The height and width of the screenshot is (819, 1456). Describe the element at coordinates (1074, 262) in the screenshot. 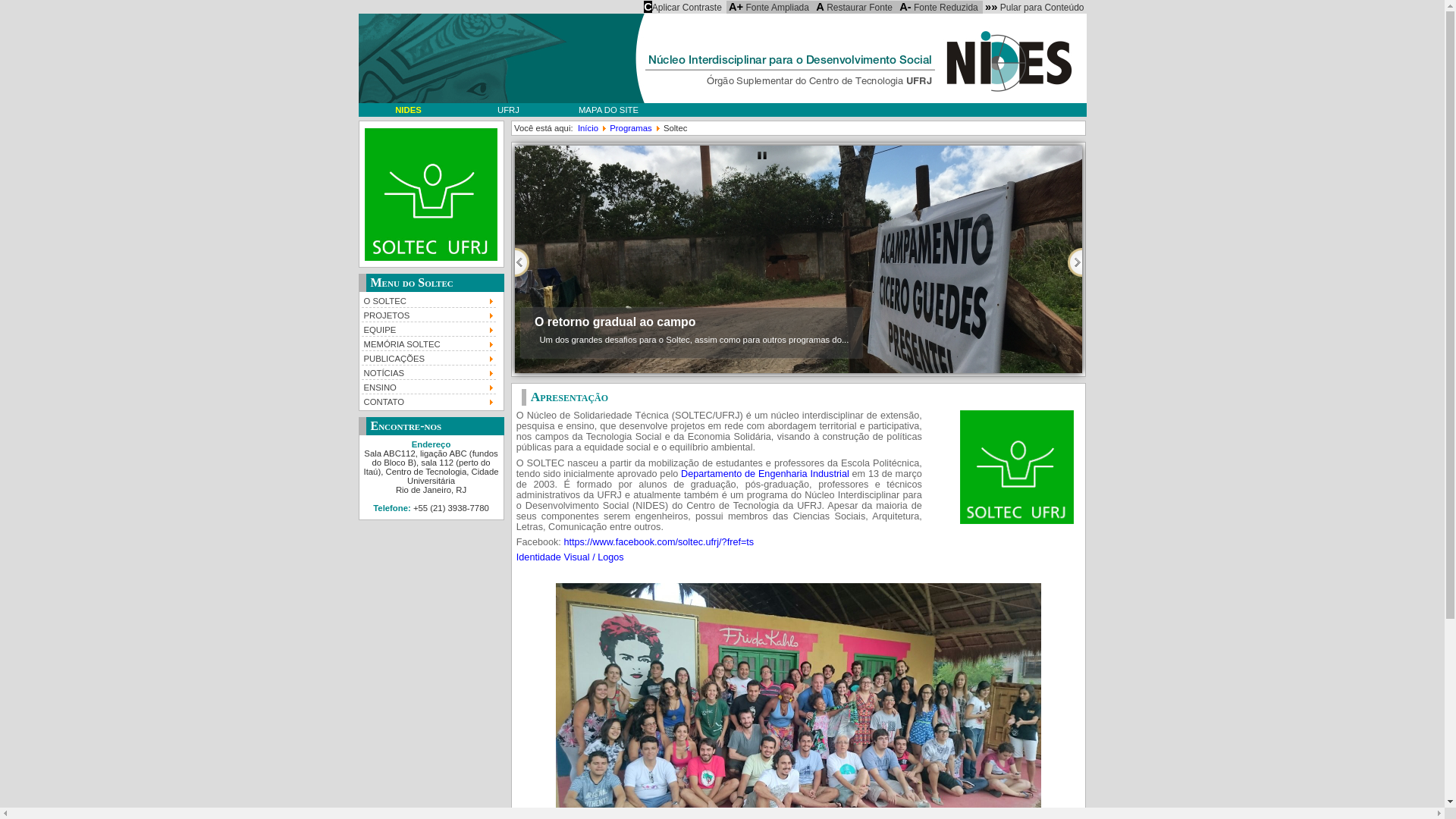

I see `'Next'` at that location.